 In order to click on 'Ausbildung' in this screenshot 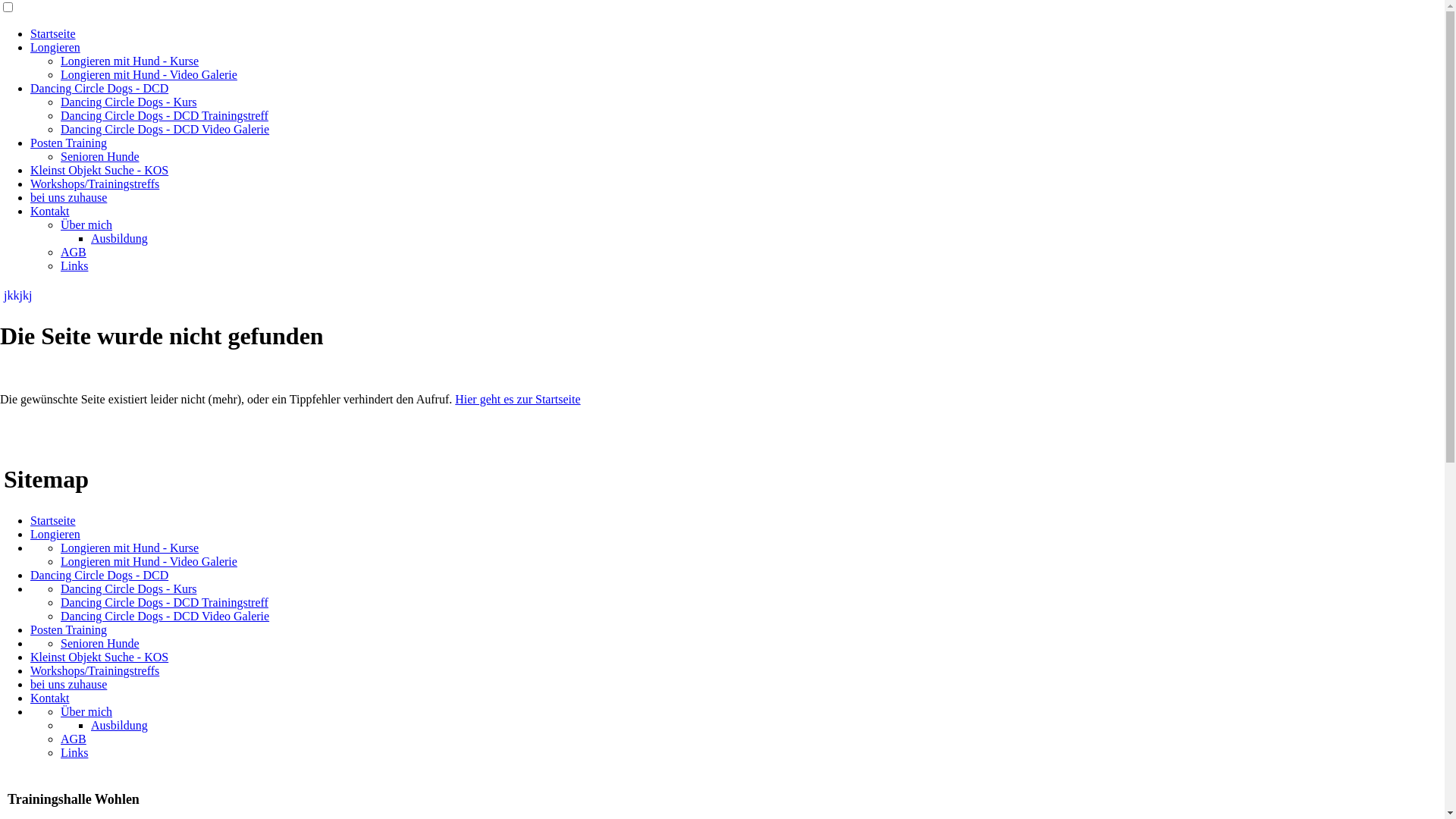, I will do `click(90, 724)`.